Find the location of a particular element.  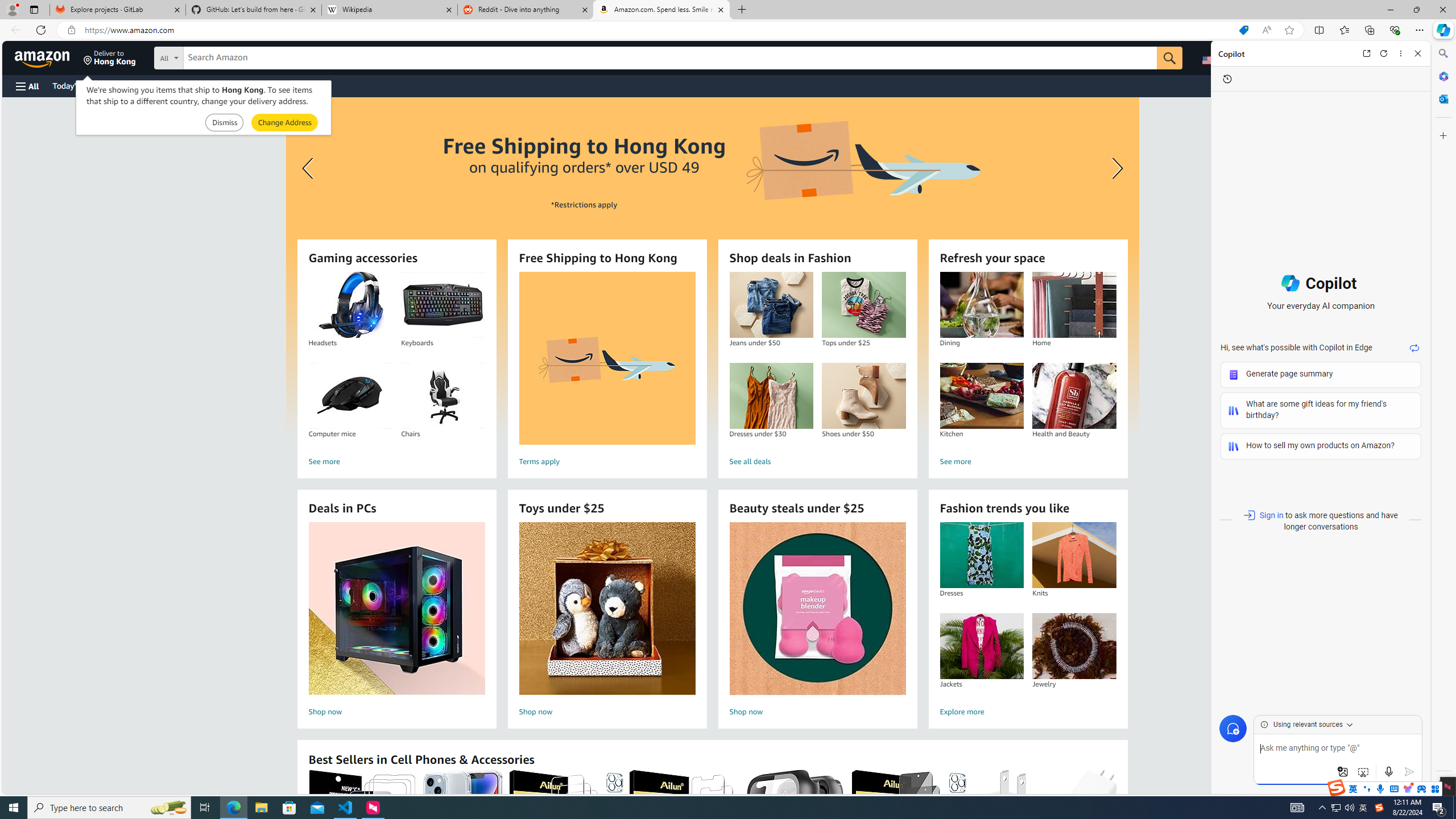

'Headsets' is located at coordinates (350, 305).